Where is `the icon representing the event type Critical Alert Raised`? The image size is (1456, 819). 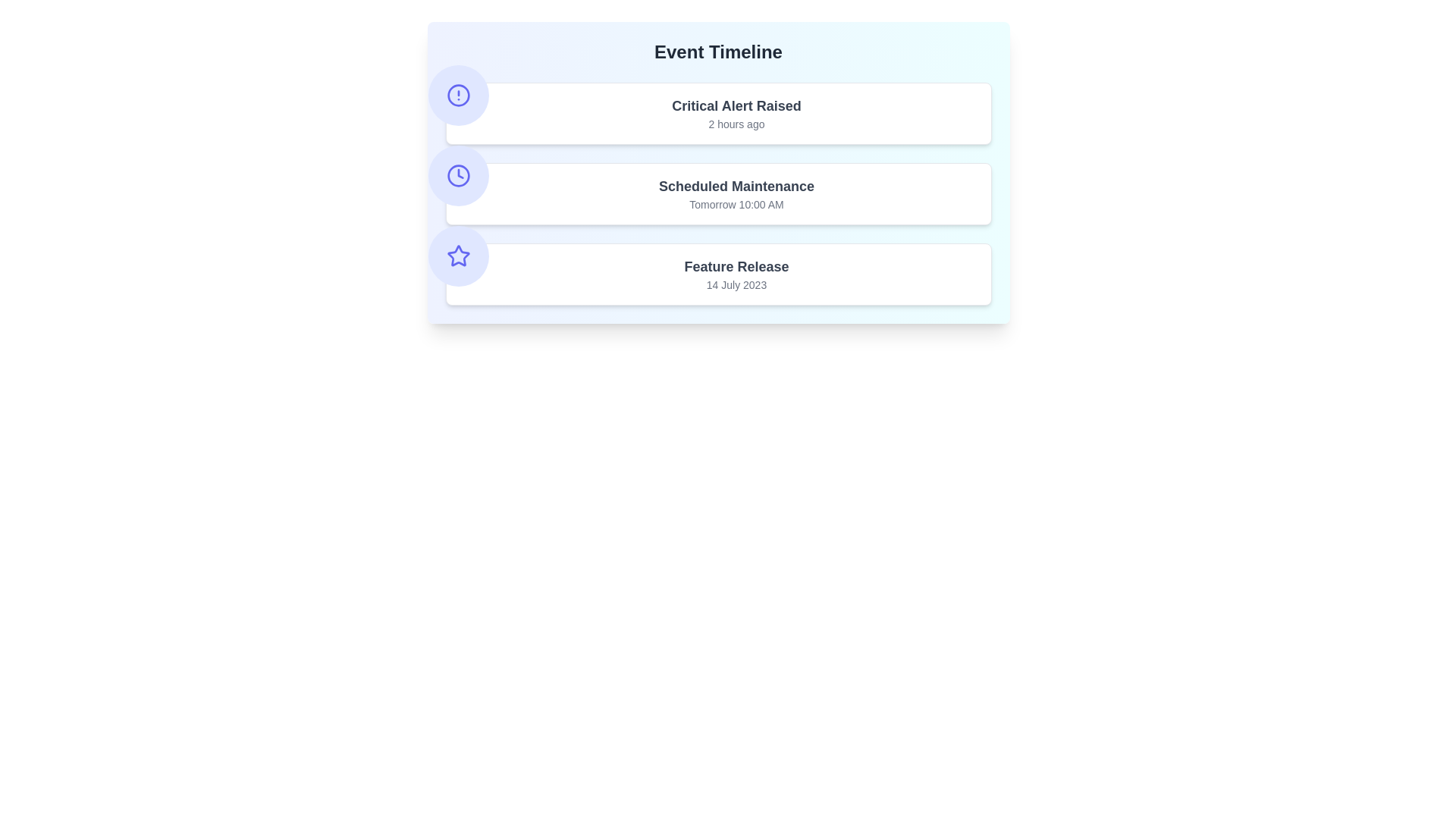
the icon representing the event type Critical Alert Raised is located at coordinates (457, 96).